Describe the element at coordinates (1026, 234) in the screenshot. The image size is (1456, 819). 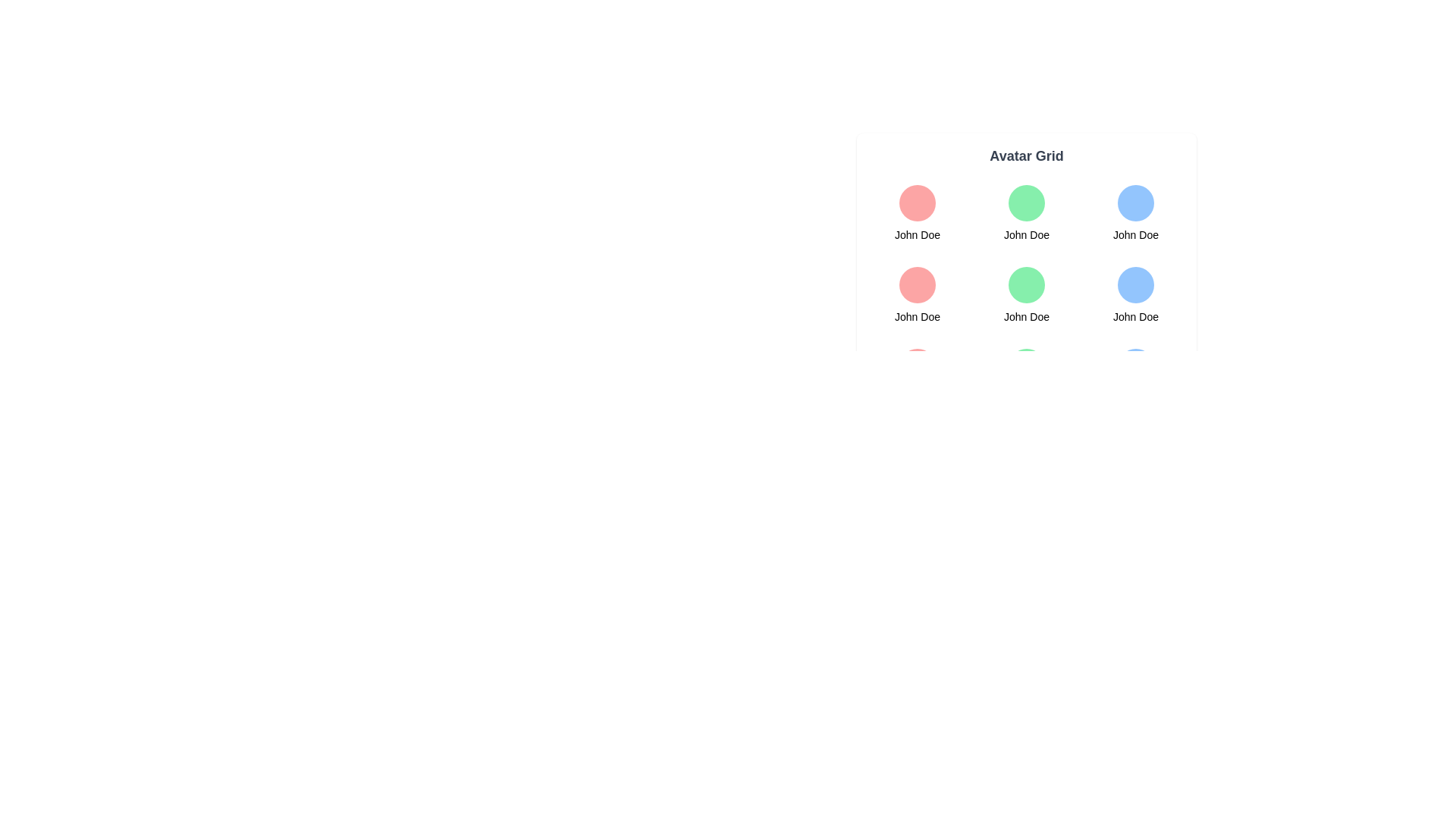
I see `the text label displaying 'John Doe', which is located in the middle of the second column of a 3x3 grid layout, below a circular green avatar` at that location.